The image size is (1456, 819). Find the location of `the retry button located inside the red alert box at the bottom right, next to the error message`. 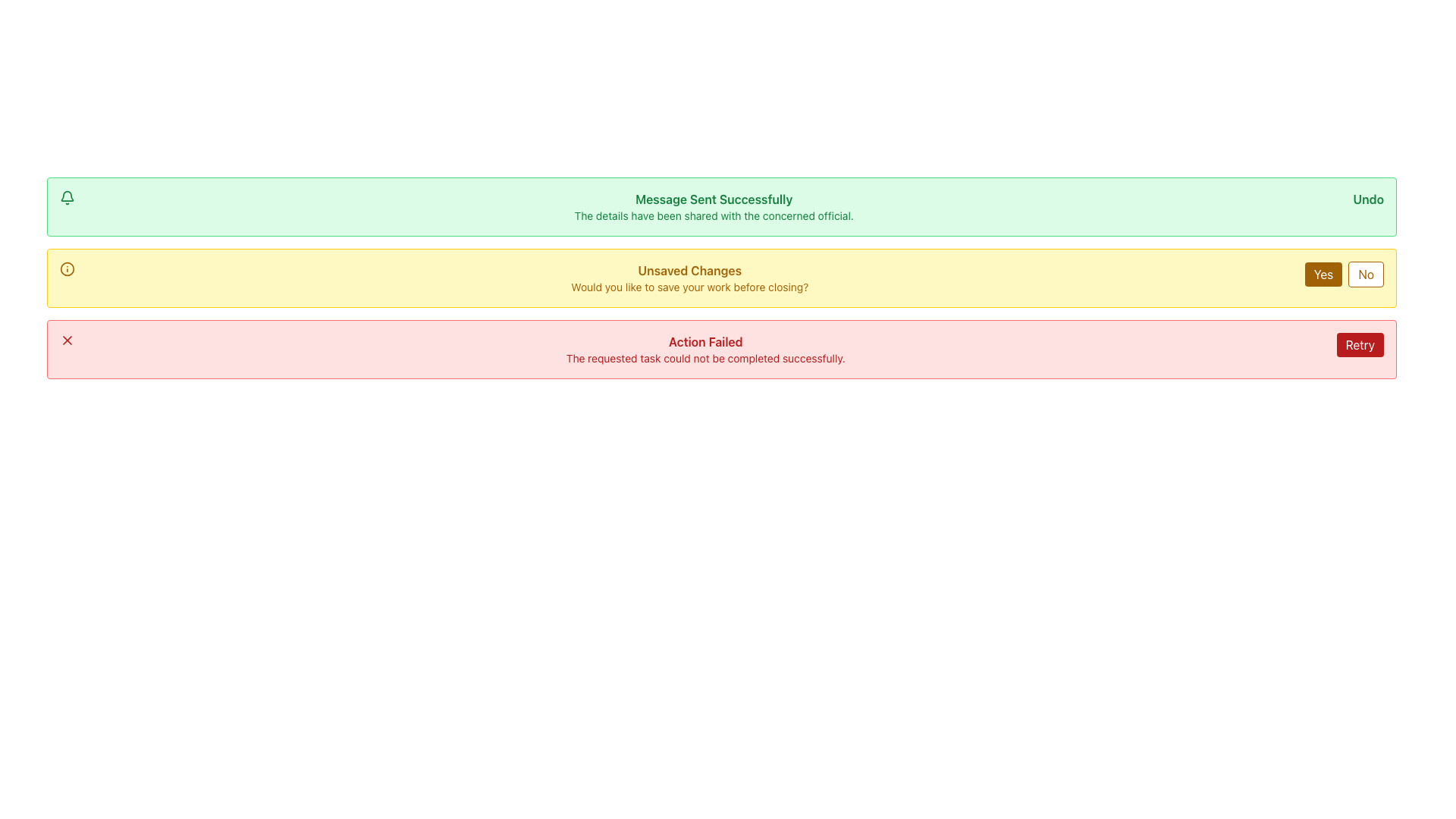

the retry button located inside the red alert box at the bottom right, next to the error message is located at coordinates (1360, 345).